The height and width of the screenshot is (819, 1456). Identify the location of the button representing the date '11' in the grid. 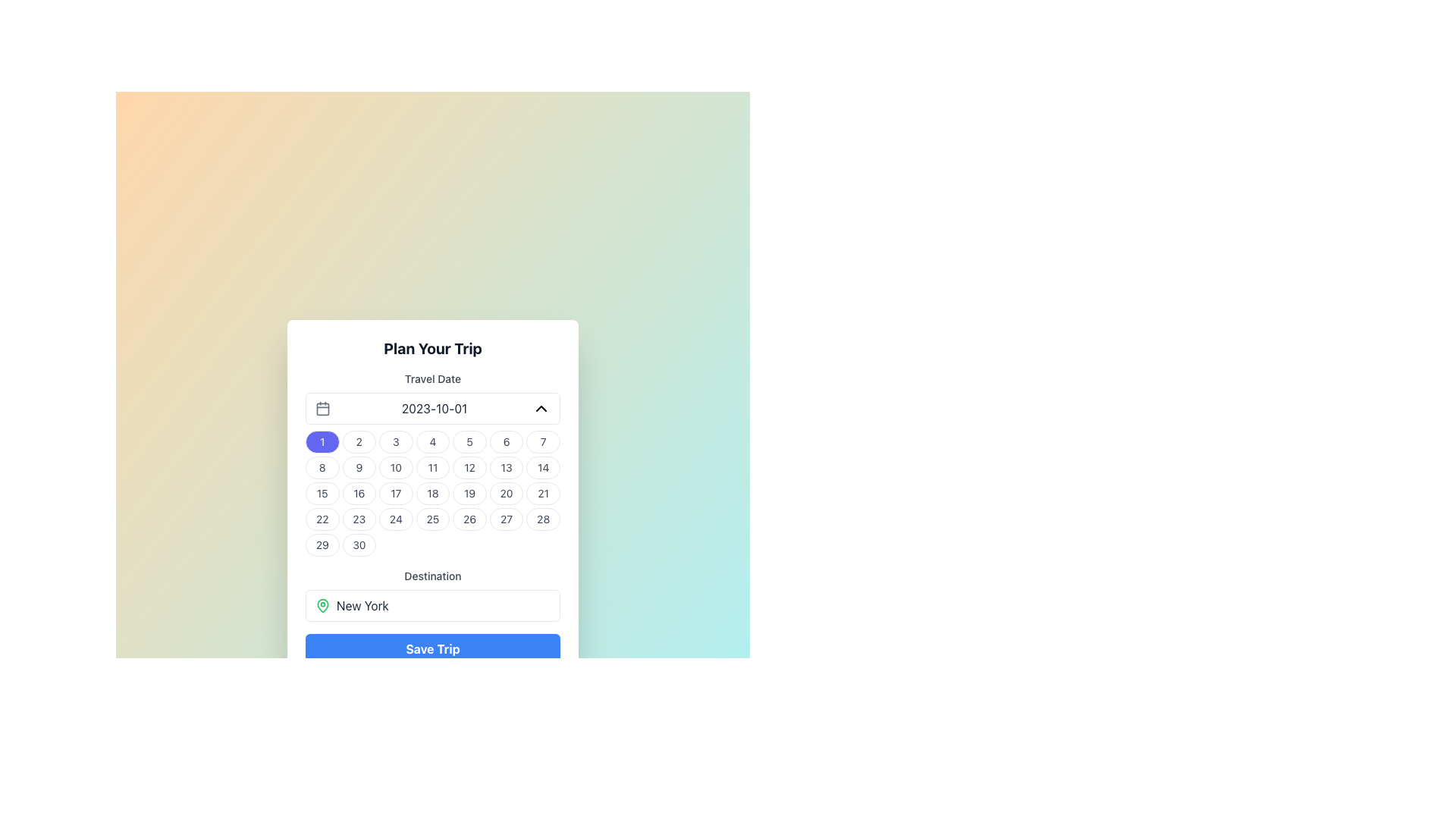
(432, 467).